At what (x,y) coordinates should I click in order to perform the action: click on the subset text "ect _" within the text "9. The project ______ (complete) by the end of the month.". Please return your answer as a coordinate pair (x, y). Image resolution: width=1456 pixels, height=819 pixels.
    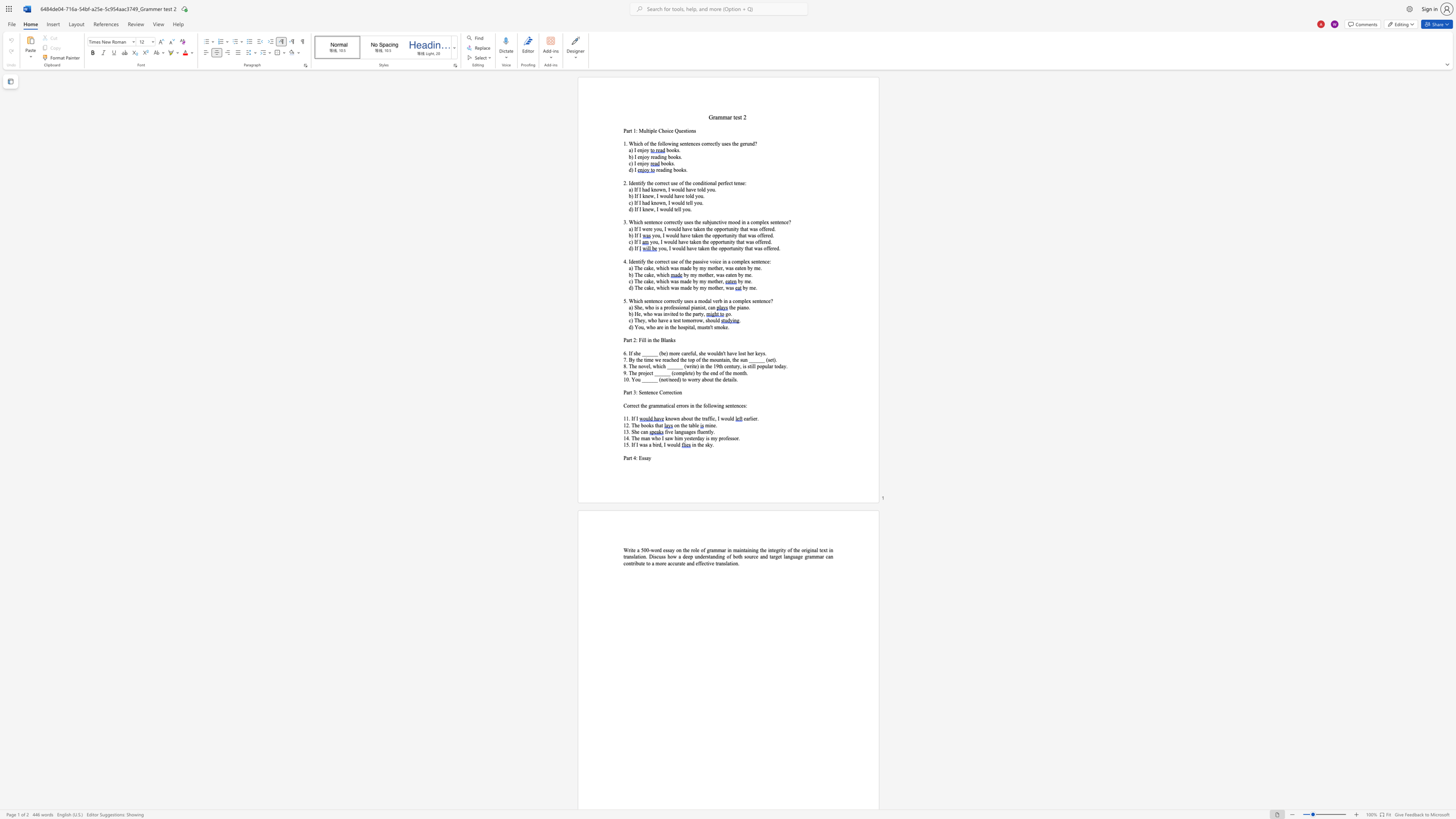
    Looking at the image, I should click on (647, 372).